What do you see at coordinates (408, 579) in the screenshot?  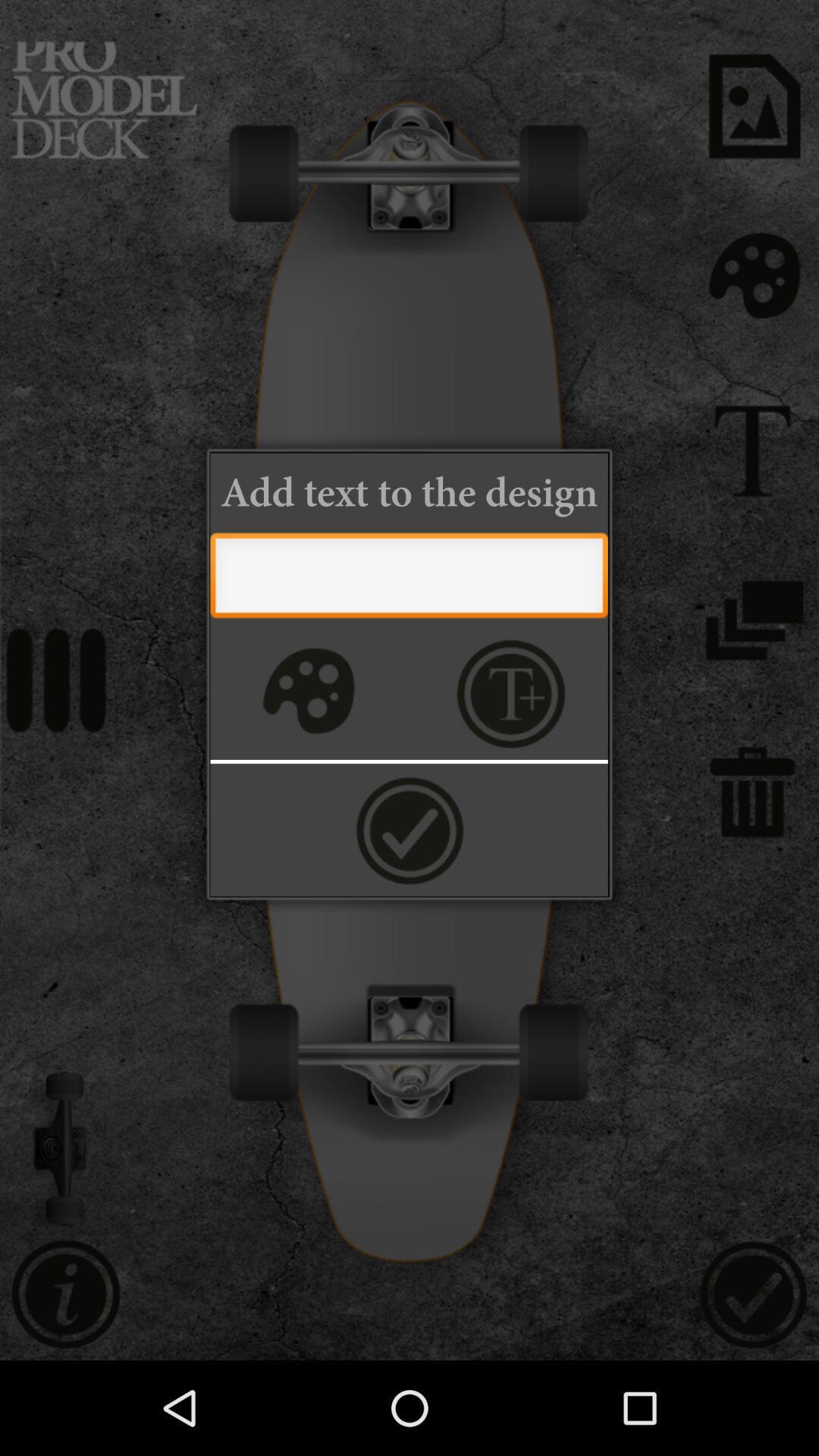 I see `text` at bounding box center [408, 579].